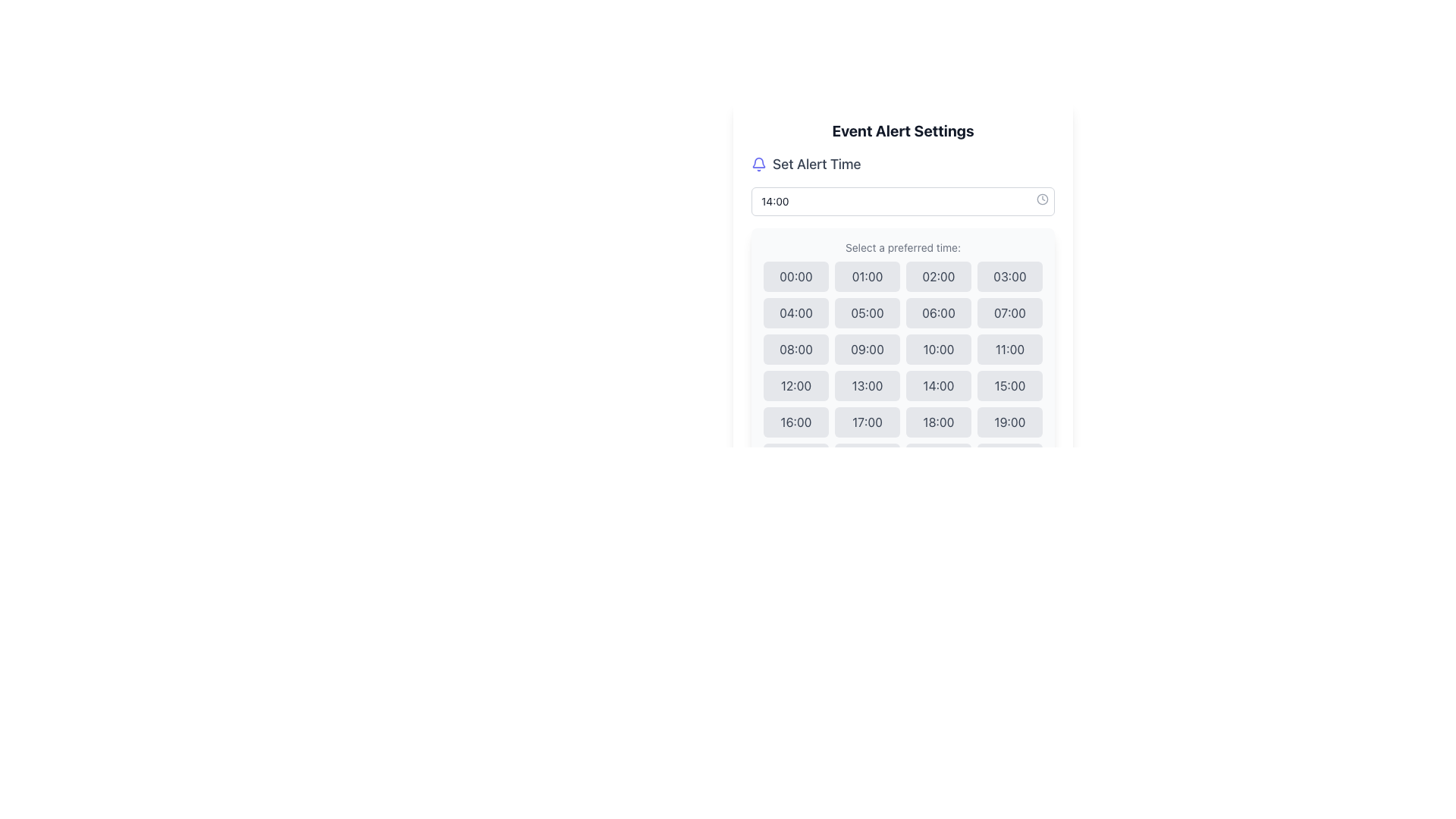 This screenshot has width=1456, height=819. I want to click on the rectangular button labeled '04:00' with rounded corners, located in the first column of the second row in the grid of buttons under the 'Event Alert Settings' interface, so click(795, 312).